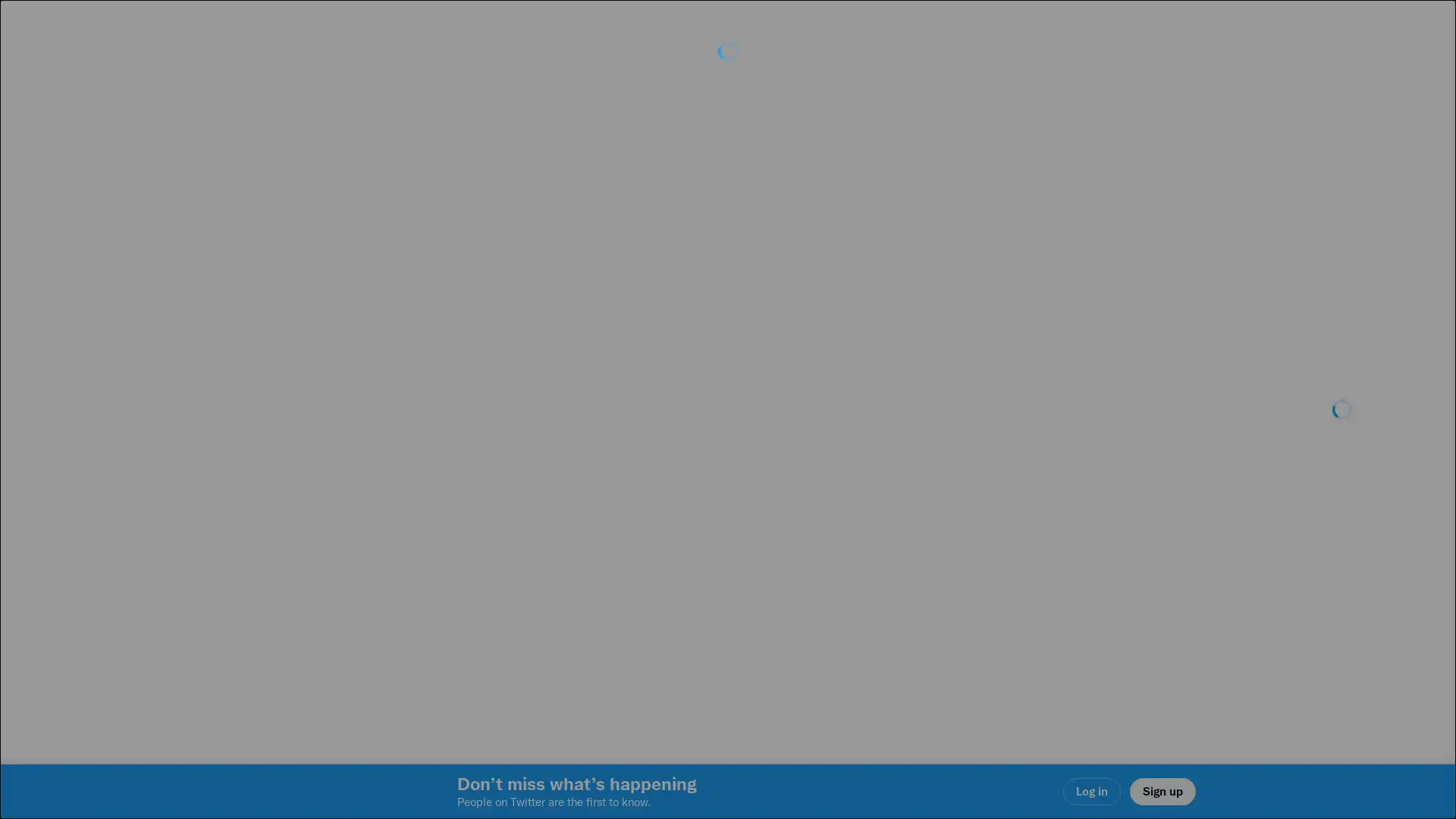  Describe the element at coordinates (548, 516) in the screenshot. I see `Sign up` at that location.